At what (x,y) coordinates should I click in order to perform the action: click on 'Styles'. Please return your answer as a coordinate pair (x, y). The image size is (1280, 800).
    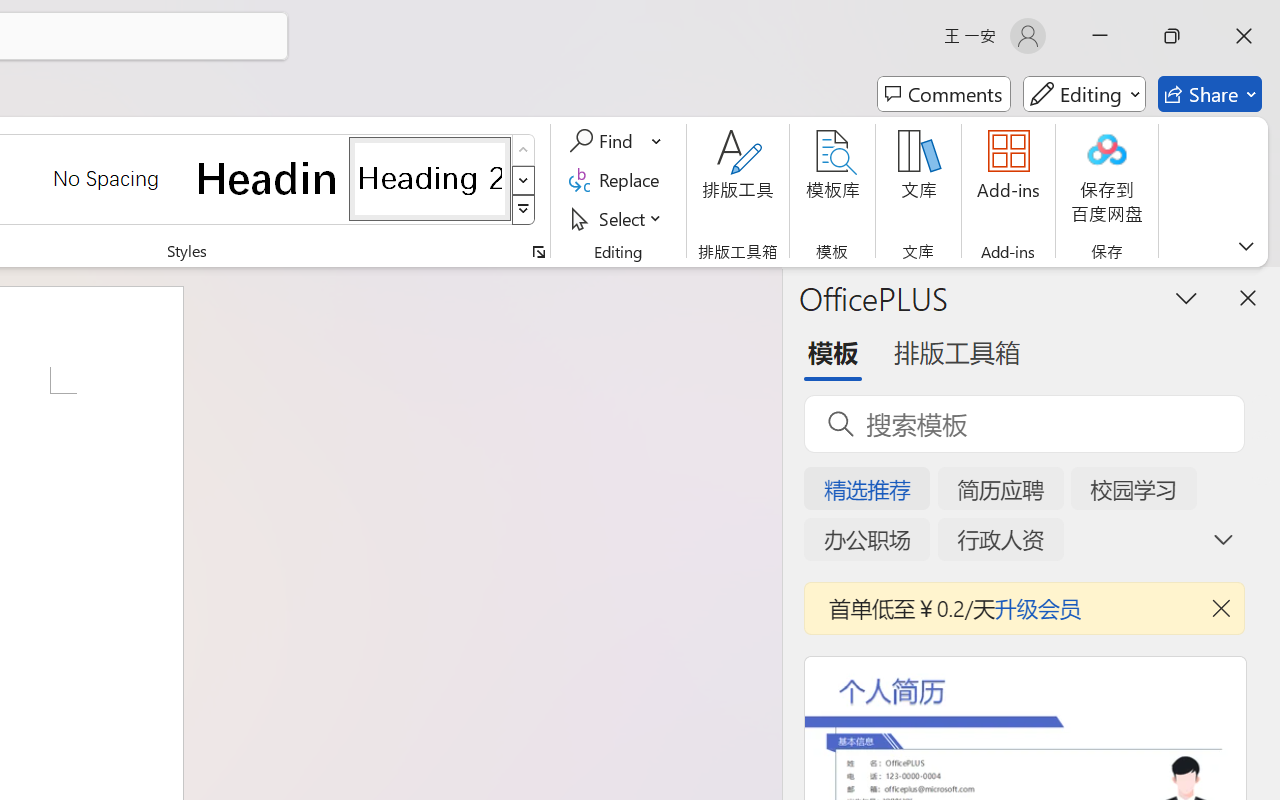
    Looking at the image, I should click on (523, 210).